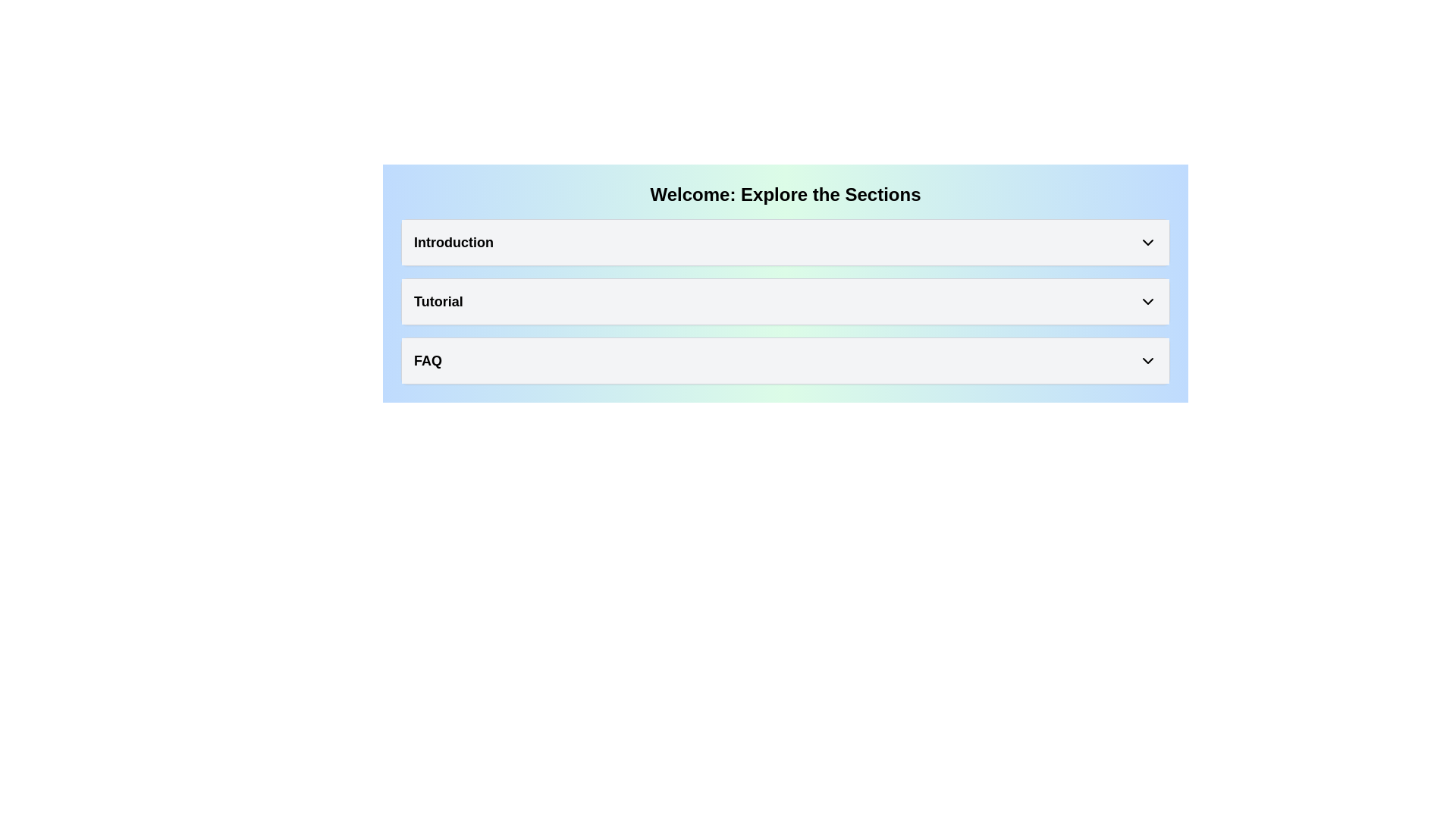 Image resolution: width=1456 pixels, height=819 pixels. What do you see at coordinates (786, 360) in the screenshot?
I see `the Collapsible Section Header labeled 'FAQ' using keyboard focus` at bounding box center [786, 360].